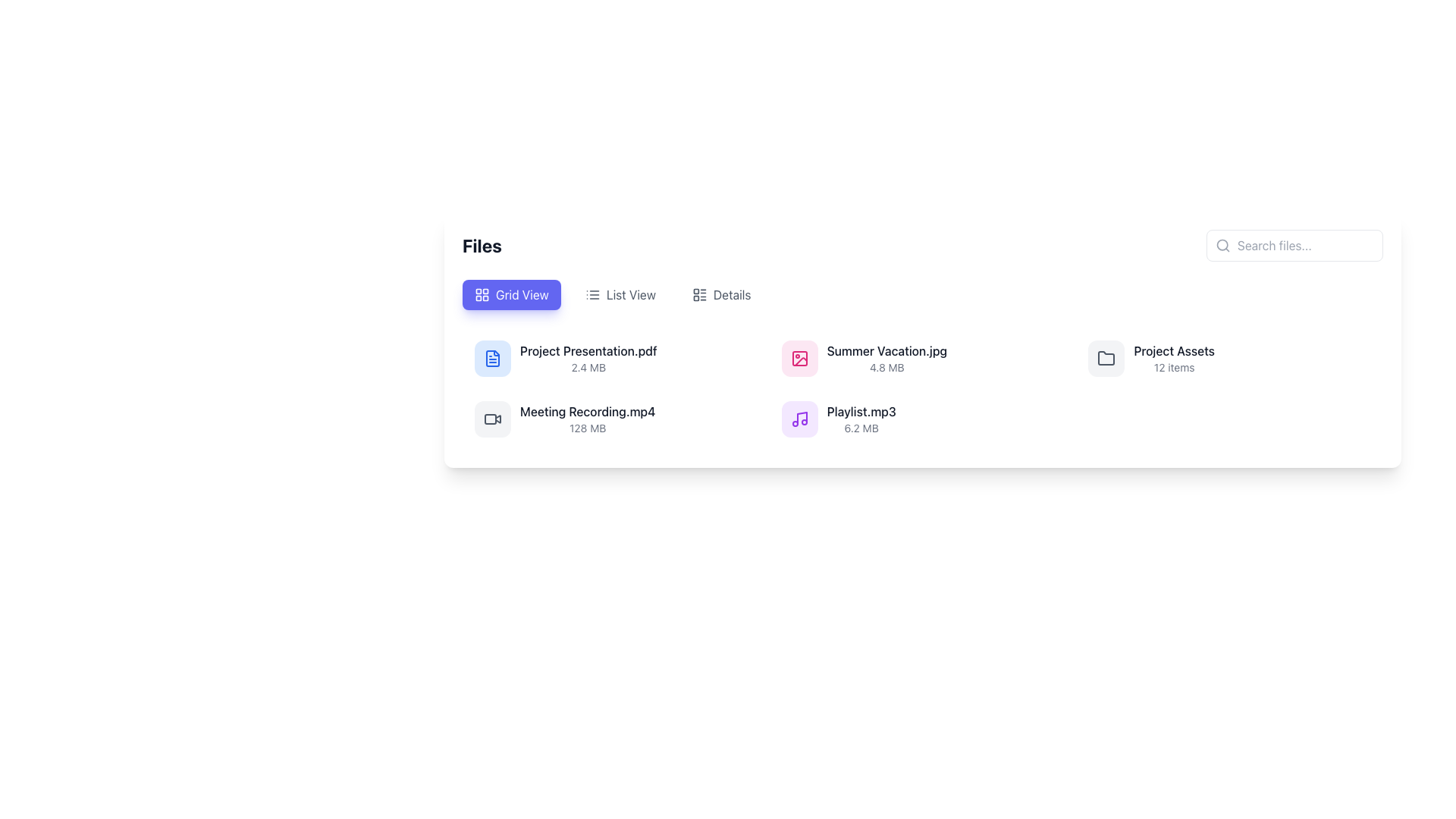  Describe the element at coordinates (591, 295) in the screenshot. I see `the 'List View' icon located inside the 'List View' button, which is positioned between the 'Grid View' and 'Details' buttons in the file-display interface` at that location.